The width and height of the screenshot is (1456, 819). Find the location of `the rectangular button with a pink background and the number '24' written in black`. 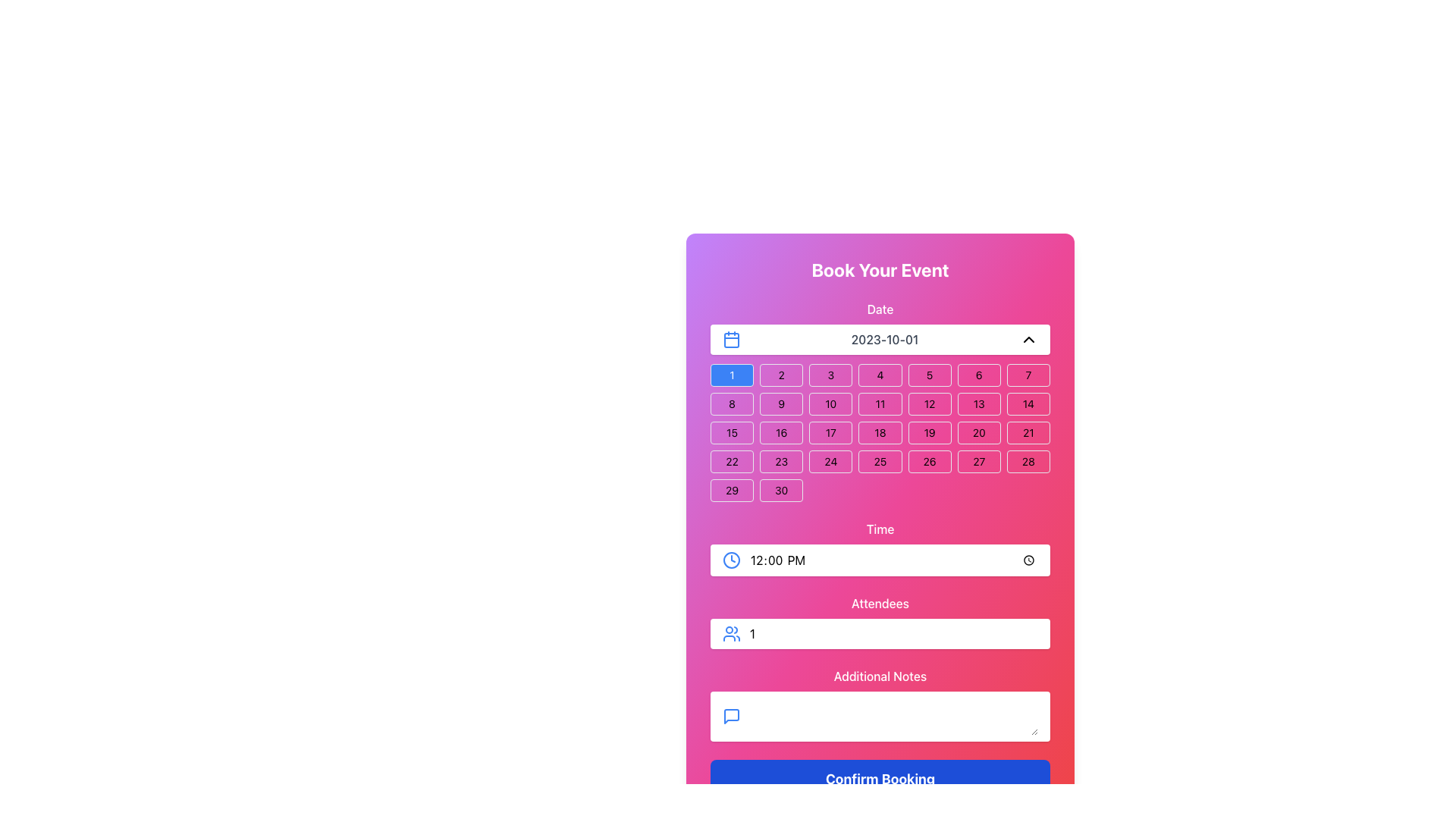

the rectangular button with a pink background and the number '24' written in black is located at coordinates (830, 461).